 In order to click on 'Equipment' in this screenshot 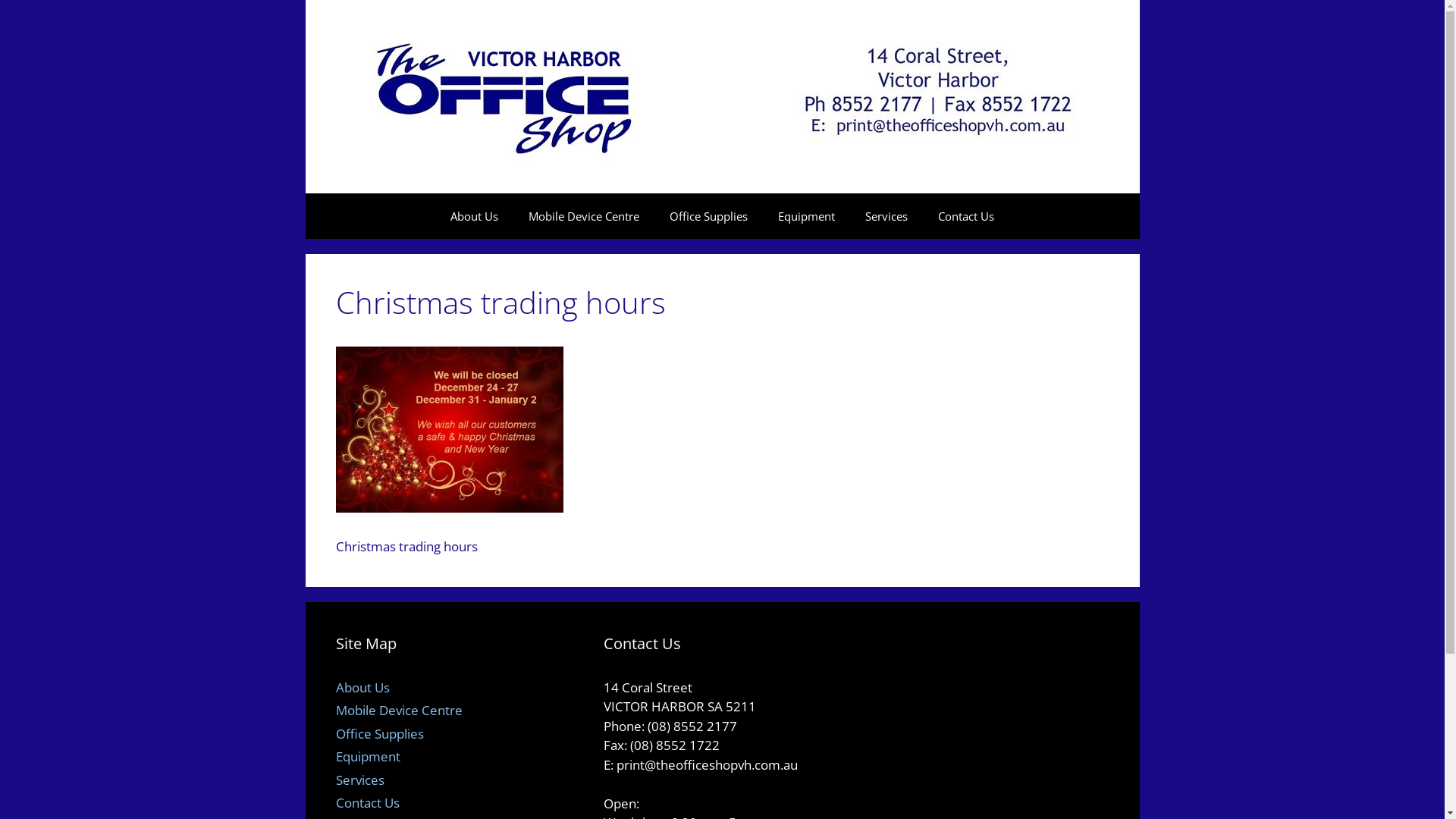, I will do `click(334, 756)`.